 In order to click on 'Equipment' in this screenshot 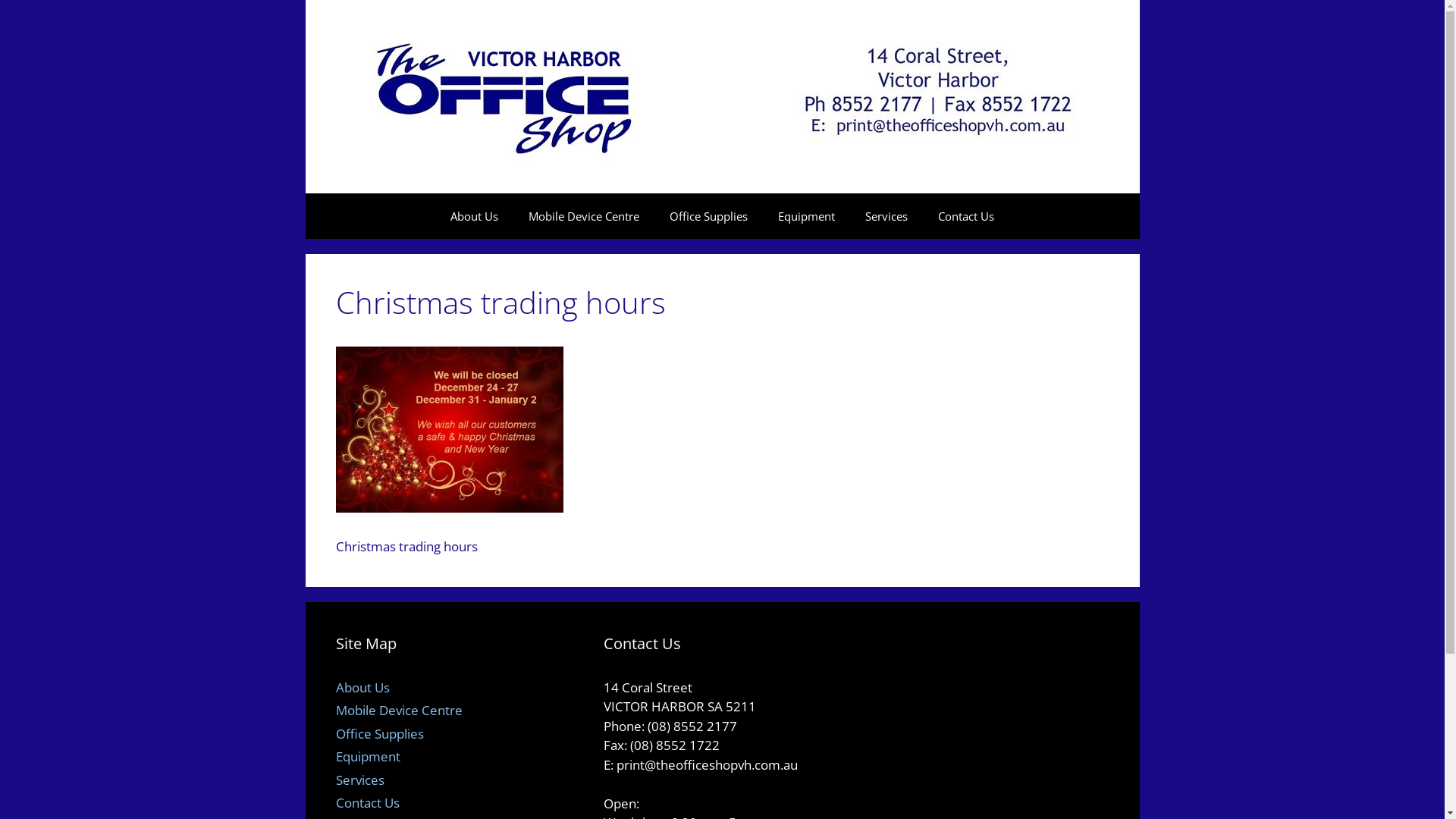, I will do `click(334, 756)`.